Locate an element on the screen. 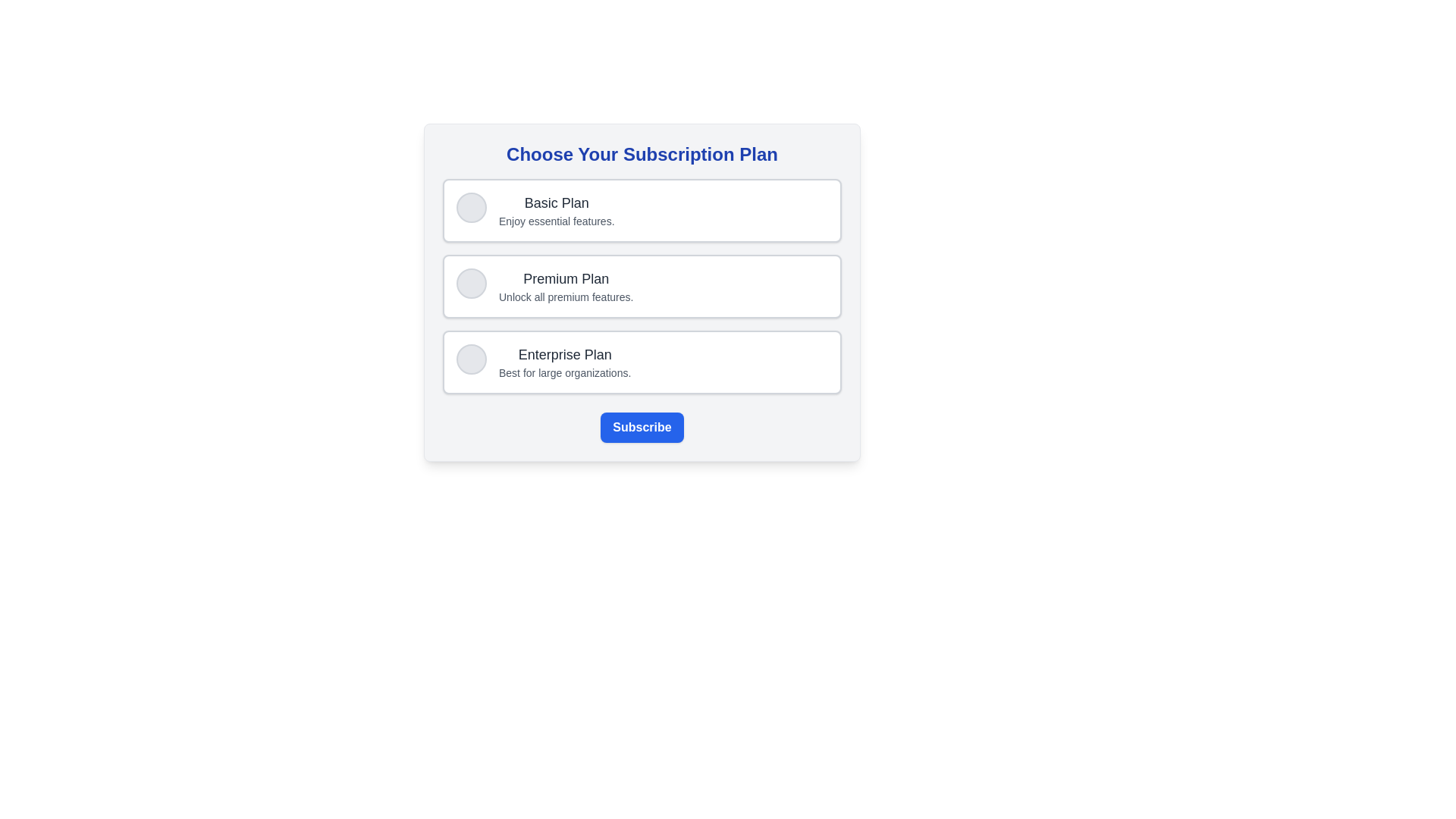 Image resolution: width=1456 pixels, height=819 pixels. to select the 'Premium Plan' subscription card, which is the second card in a vertical list of subscription options, featuring a white background and rounded corners is located at coordinates (642, 287).